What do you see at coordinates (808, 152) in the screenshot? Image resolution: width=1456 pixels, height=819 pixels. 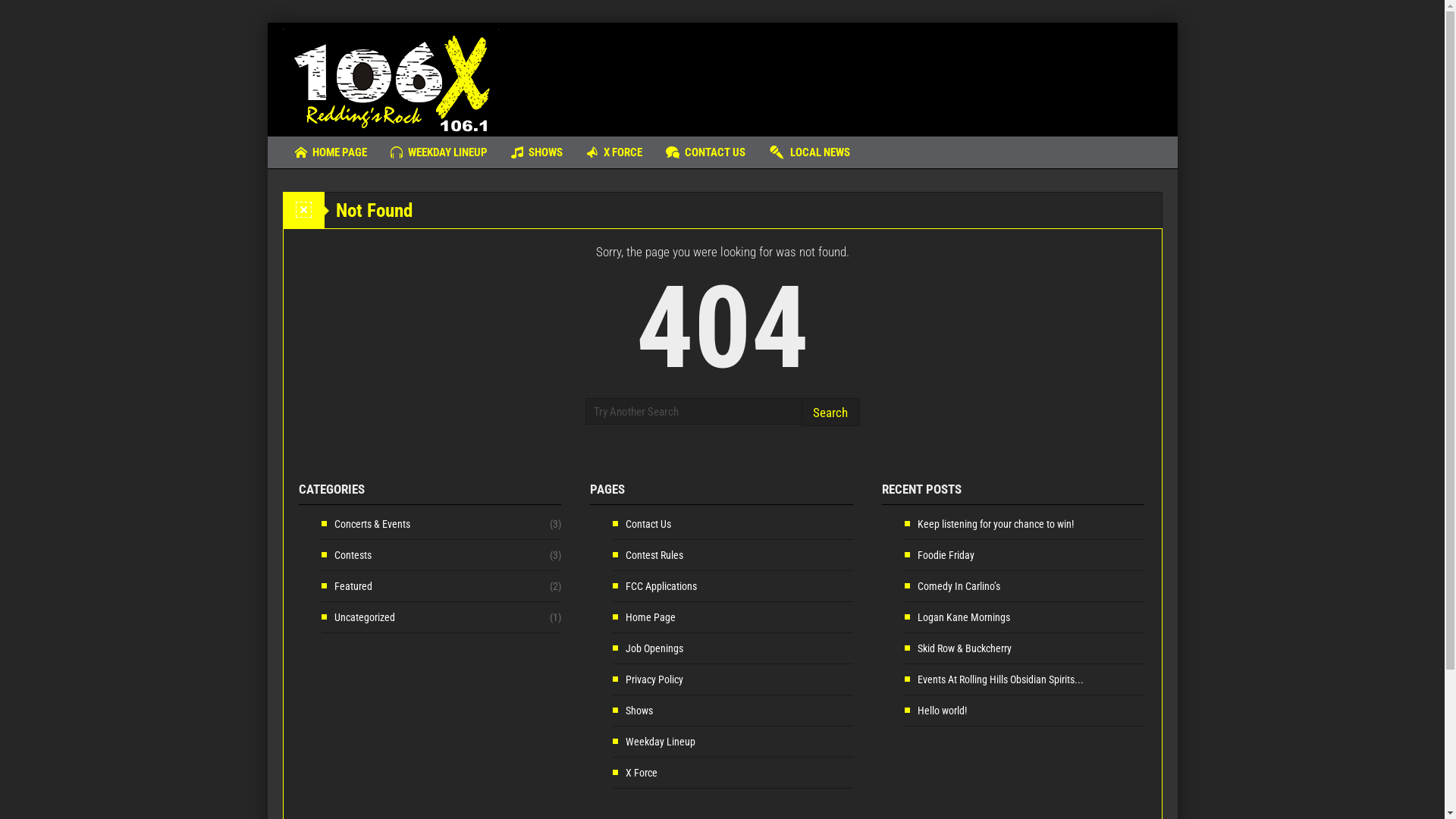 I see `'LOCAL NEWS'` at bounding box center [808, 152].